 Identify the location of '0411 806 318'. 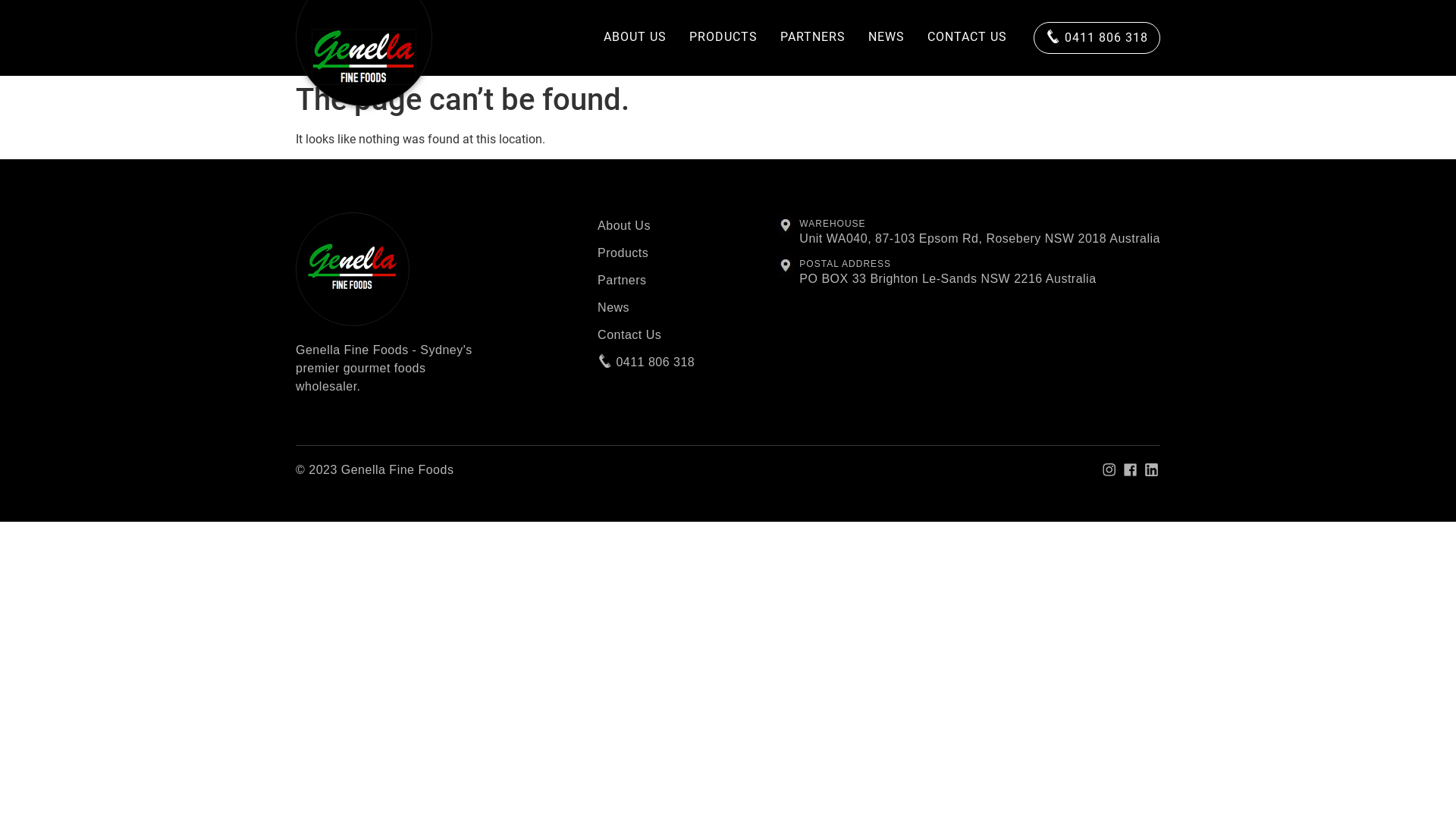
(1097, 37).